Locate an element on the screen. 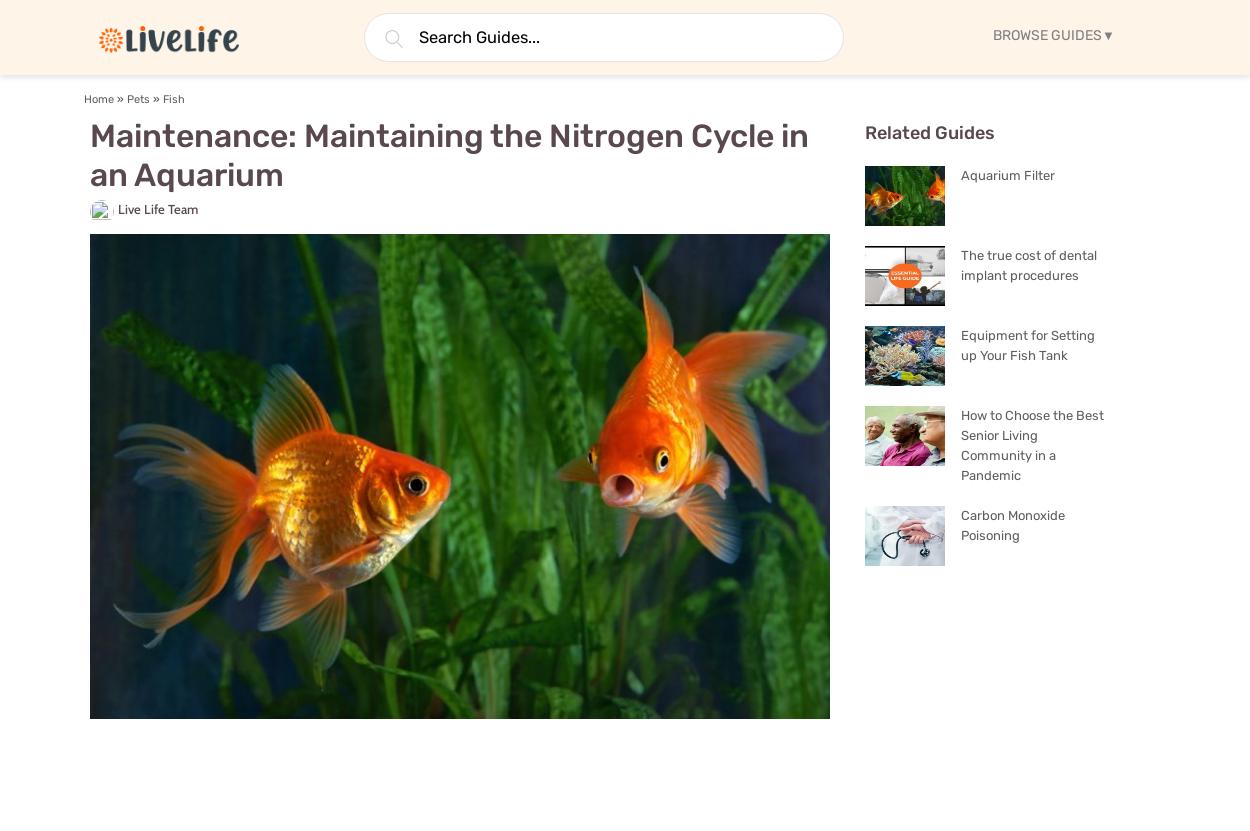 This screenshot has width=1250, height=831. 'How to Choose the Best Senior Living Community in a Pandemic' is located at coordinates (1032, 444).